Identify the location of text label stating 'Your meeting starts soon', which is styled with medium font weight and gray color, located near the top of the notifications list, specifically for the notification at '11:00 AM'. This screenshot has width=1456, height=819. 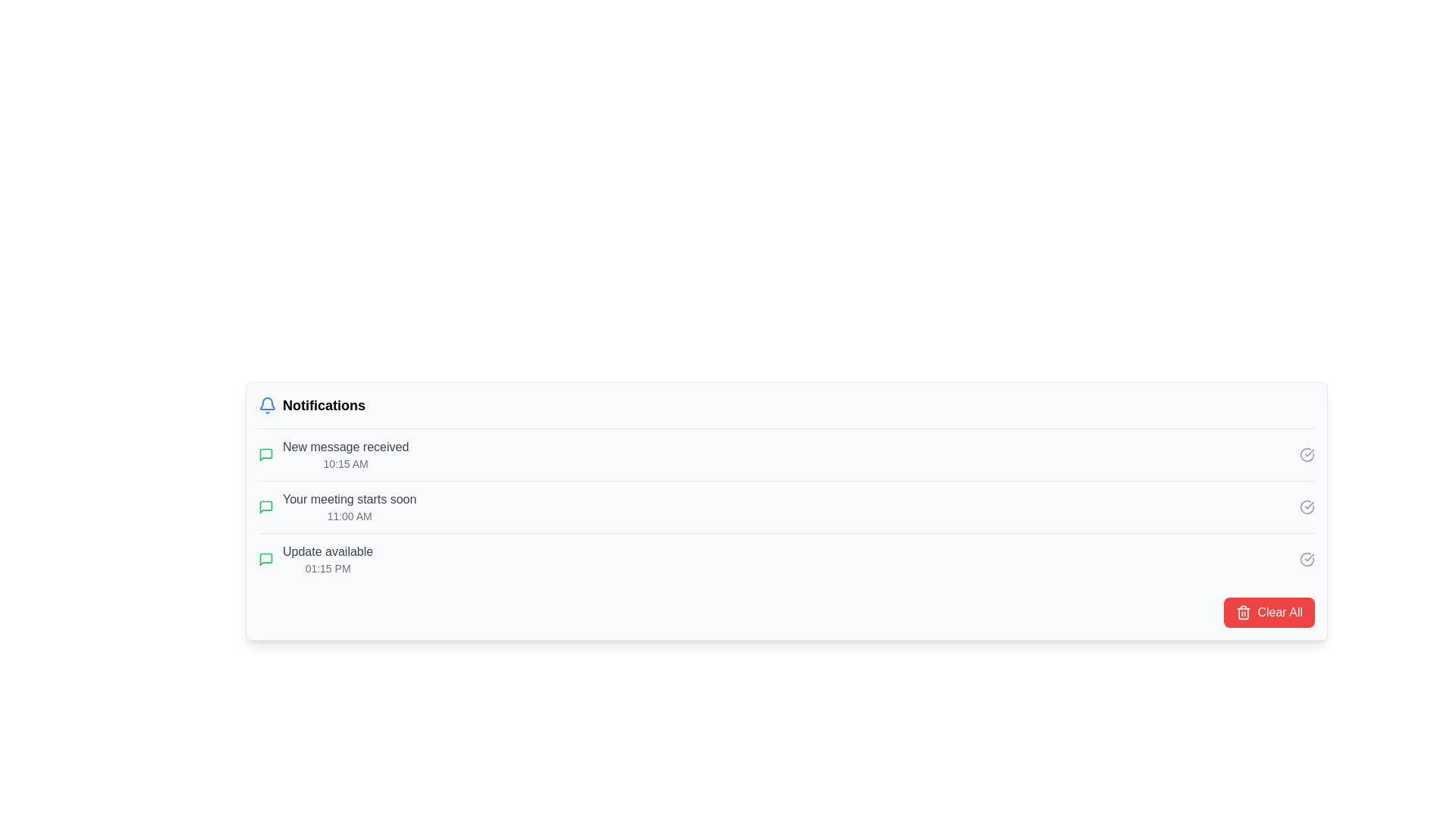
(349, 500).